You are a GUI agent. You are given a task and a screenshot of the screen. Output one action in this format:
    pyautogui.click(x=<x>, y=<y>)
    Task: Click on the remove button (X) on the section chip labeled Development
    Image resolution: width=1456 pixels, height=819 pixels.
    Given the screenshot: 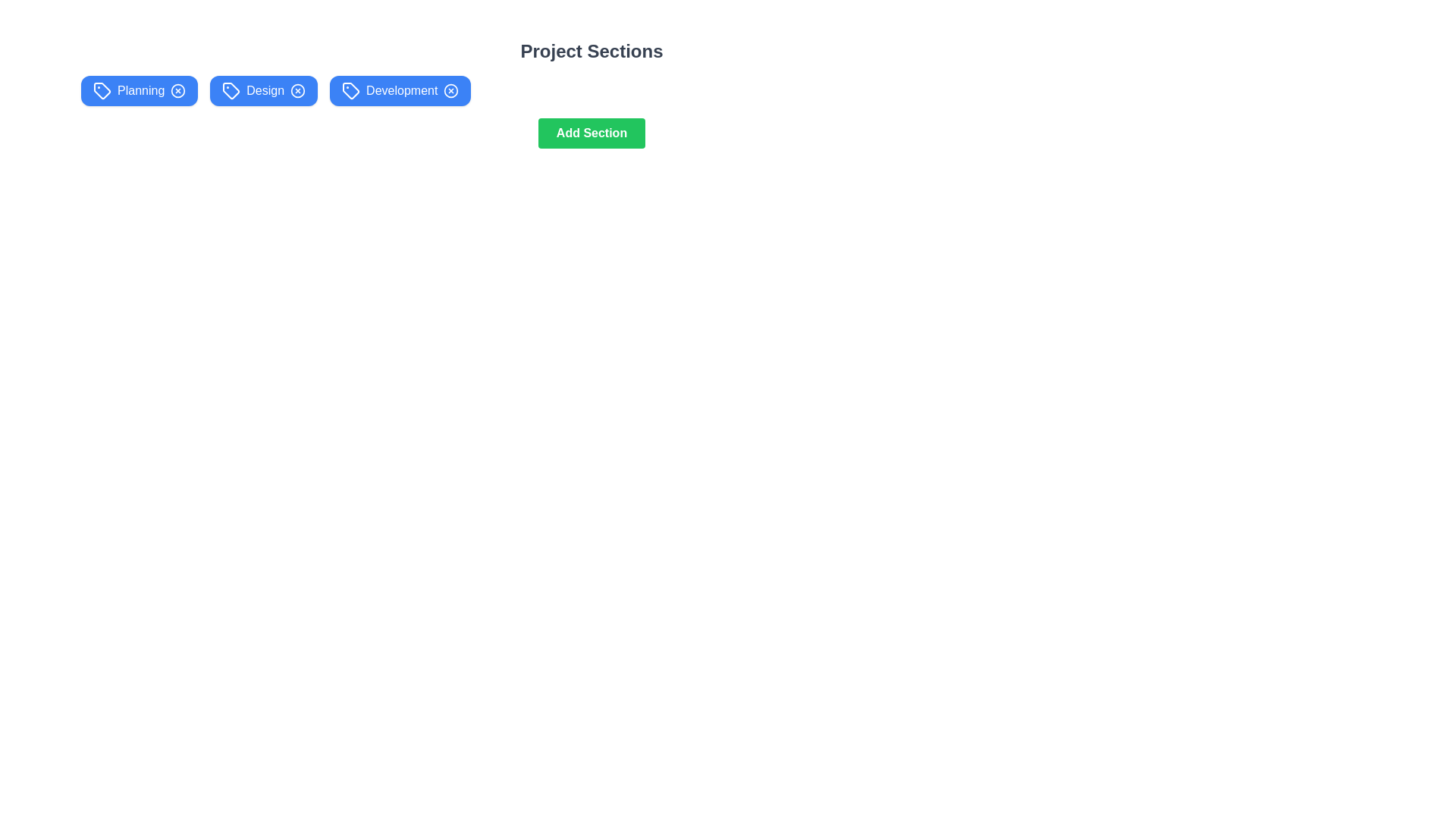 What is the action you would take?
    pyautogui.click(x=450, y=90)
    